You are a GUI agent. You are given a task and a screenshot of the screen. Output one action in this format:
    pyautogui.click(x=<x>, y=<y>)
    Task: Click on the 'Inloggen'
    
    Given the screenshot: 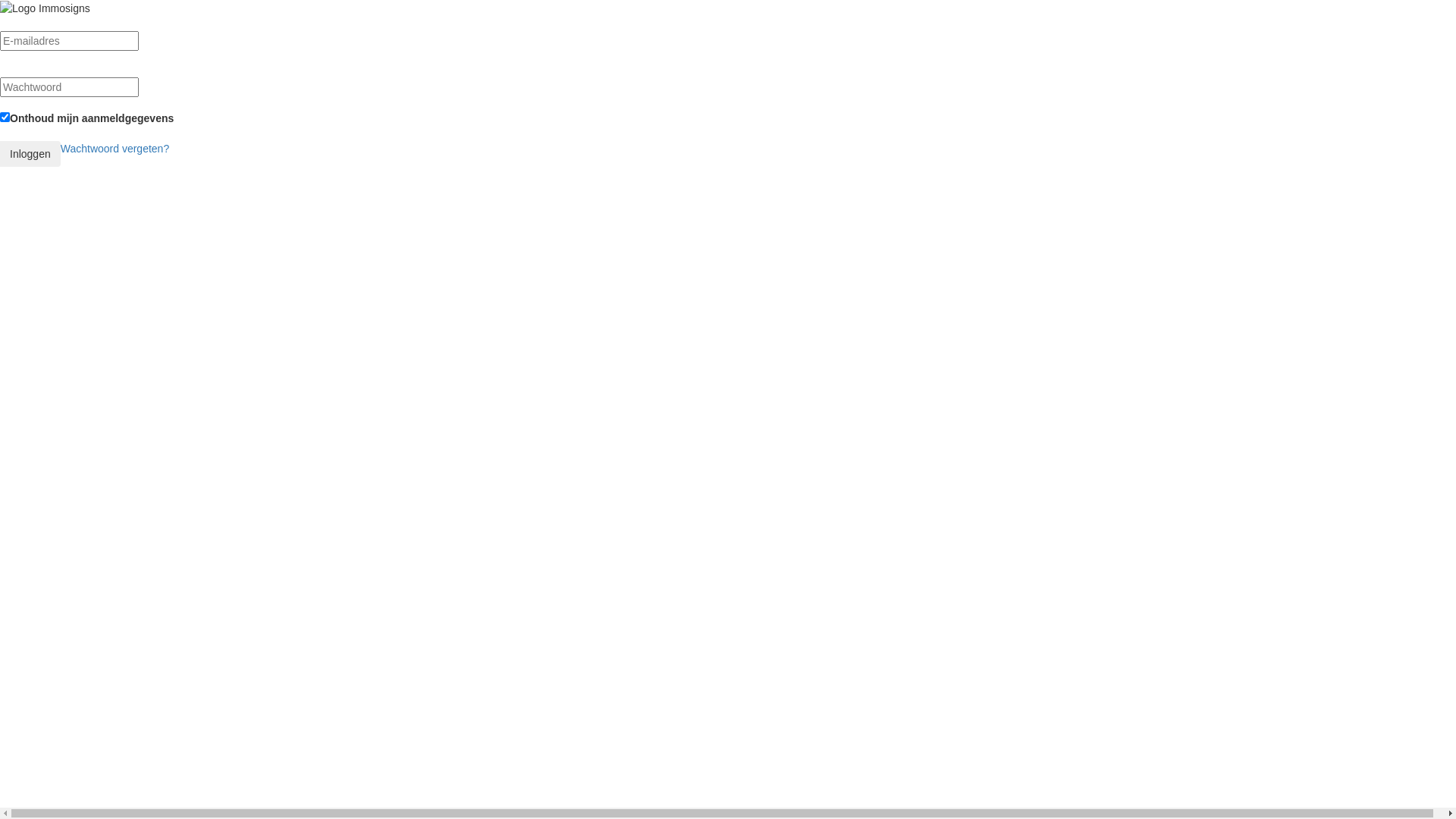 What is the action you would take?
    pyautogui.click(x=30, y=154)
    